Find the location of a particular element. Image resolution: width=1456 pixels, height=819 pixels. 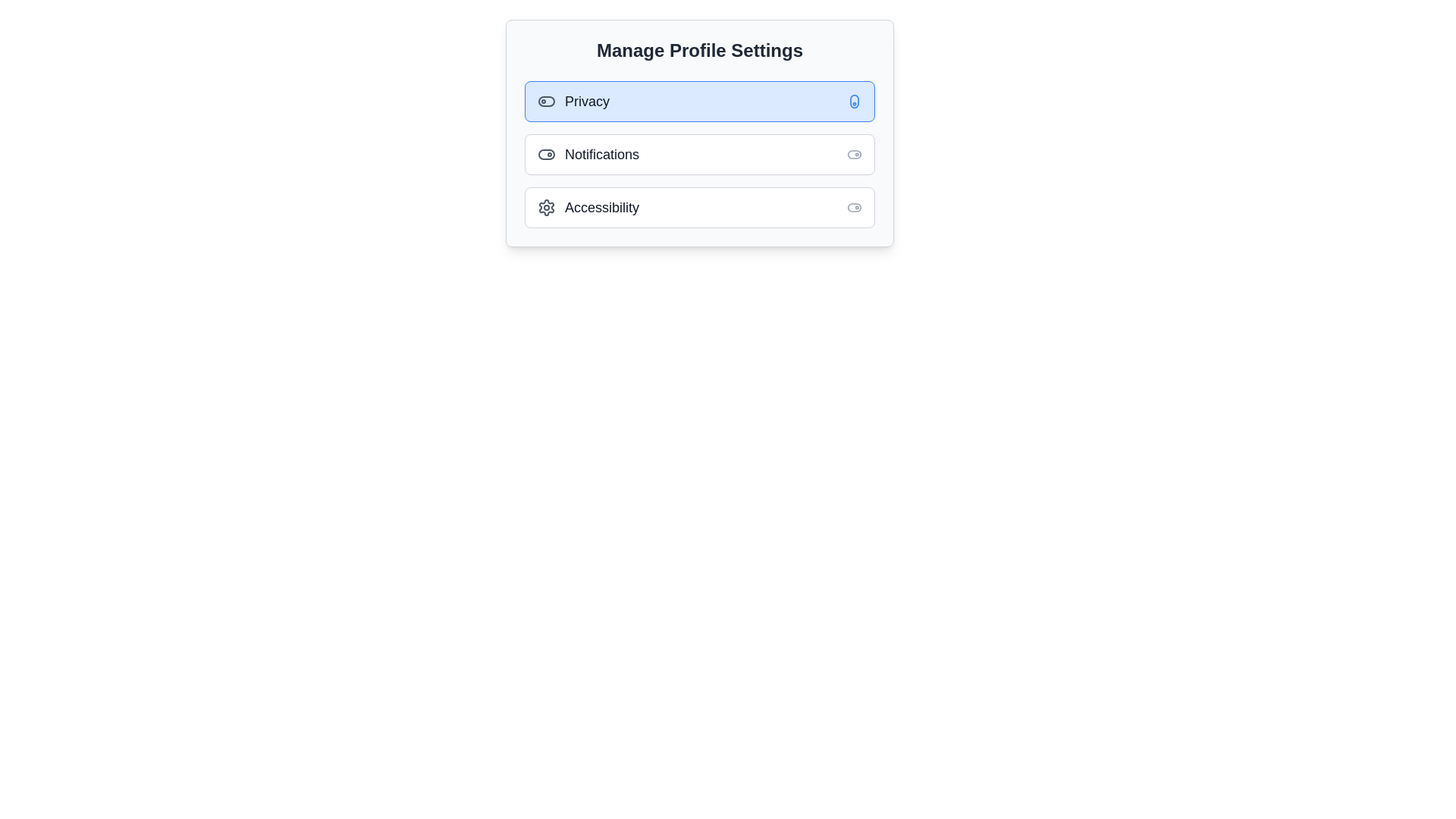

the gear-shaped icon representing 'Accessibility' settings is located at coordinates (546, 207).